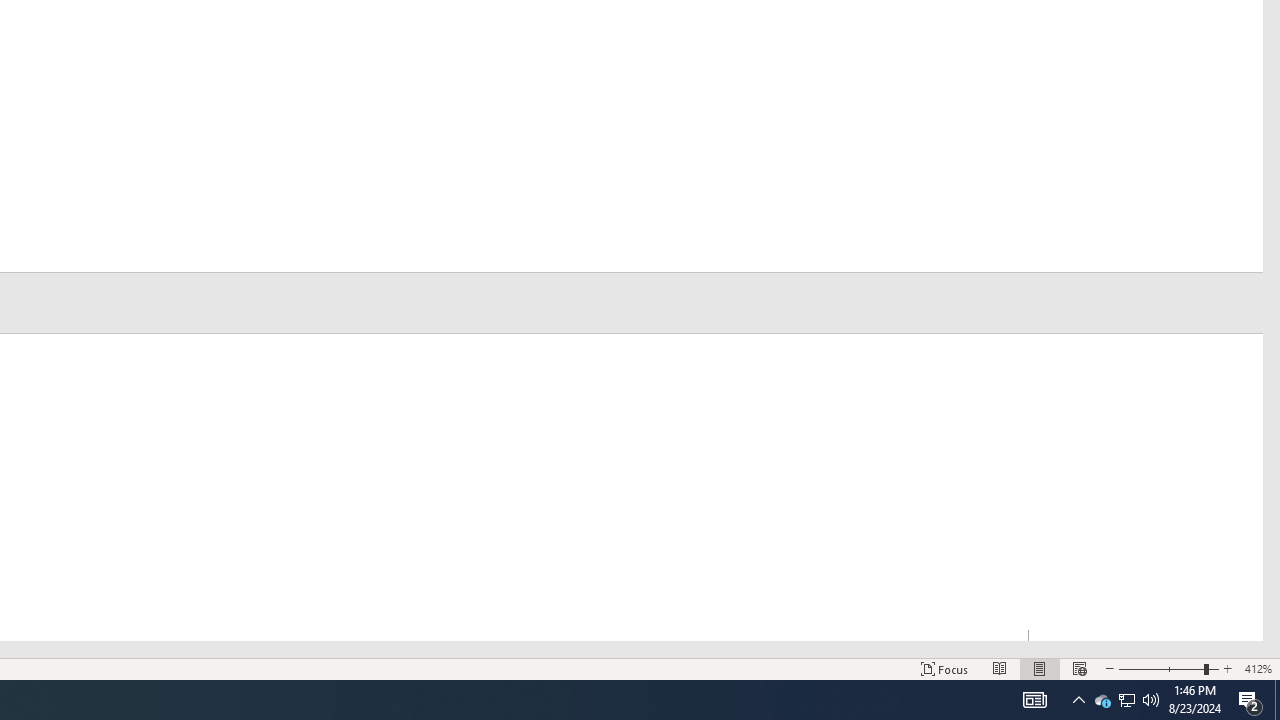  I want to click on 'Notification Chevron', so click(1127, 698).